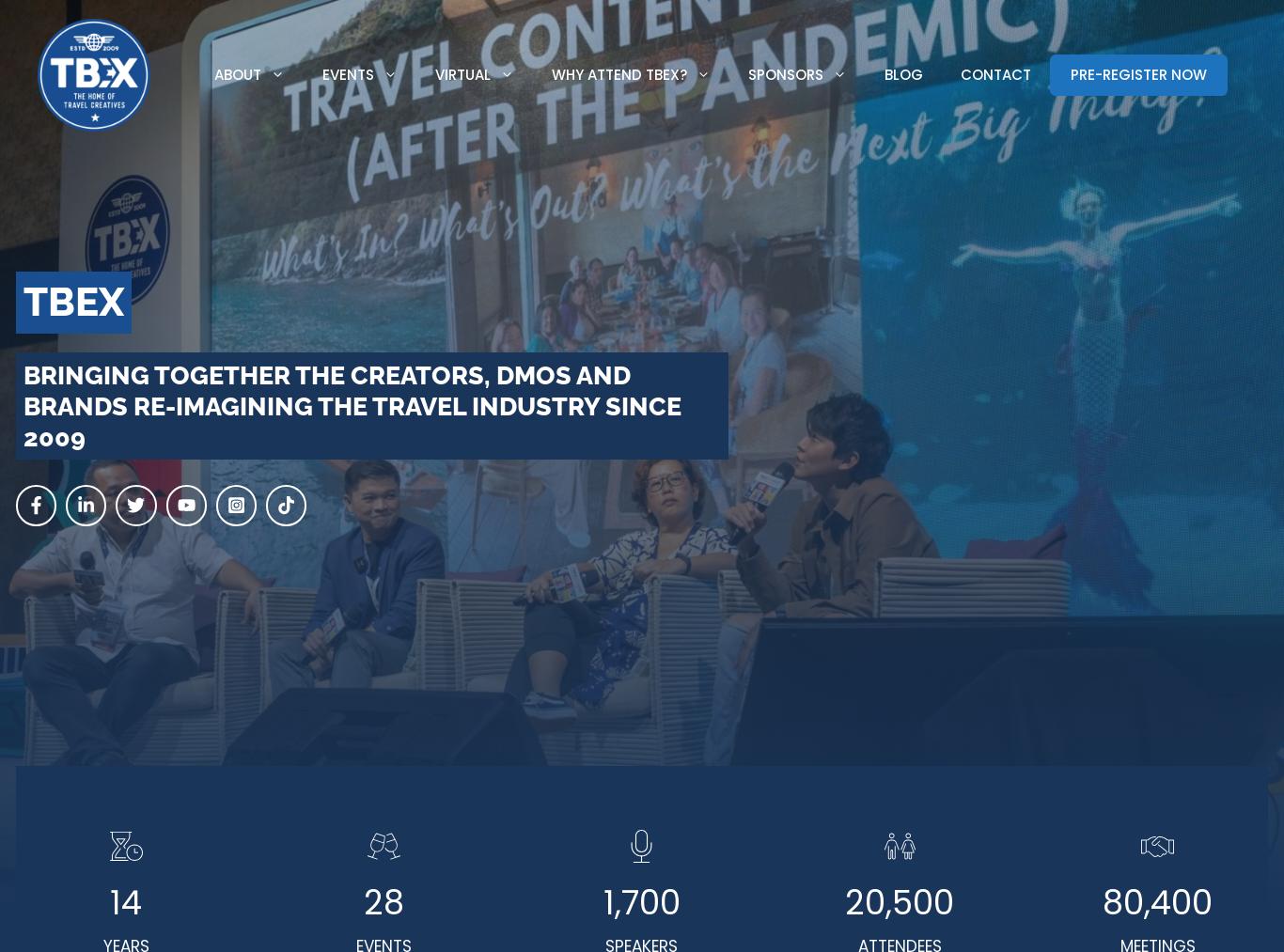 The width and height of the screenshot is (1284, 952). I want to click on '80,400', so click(1102, 902).